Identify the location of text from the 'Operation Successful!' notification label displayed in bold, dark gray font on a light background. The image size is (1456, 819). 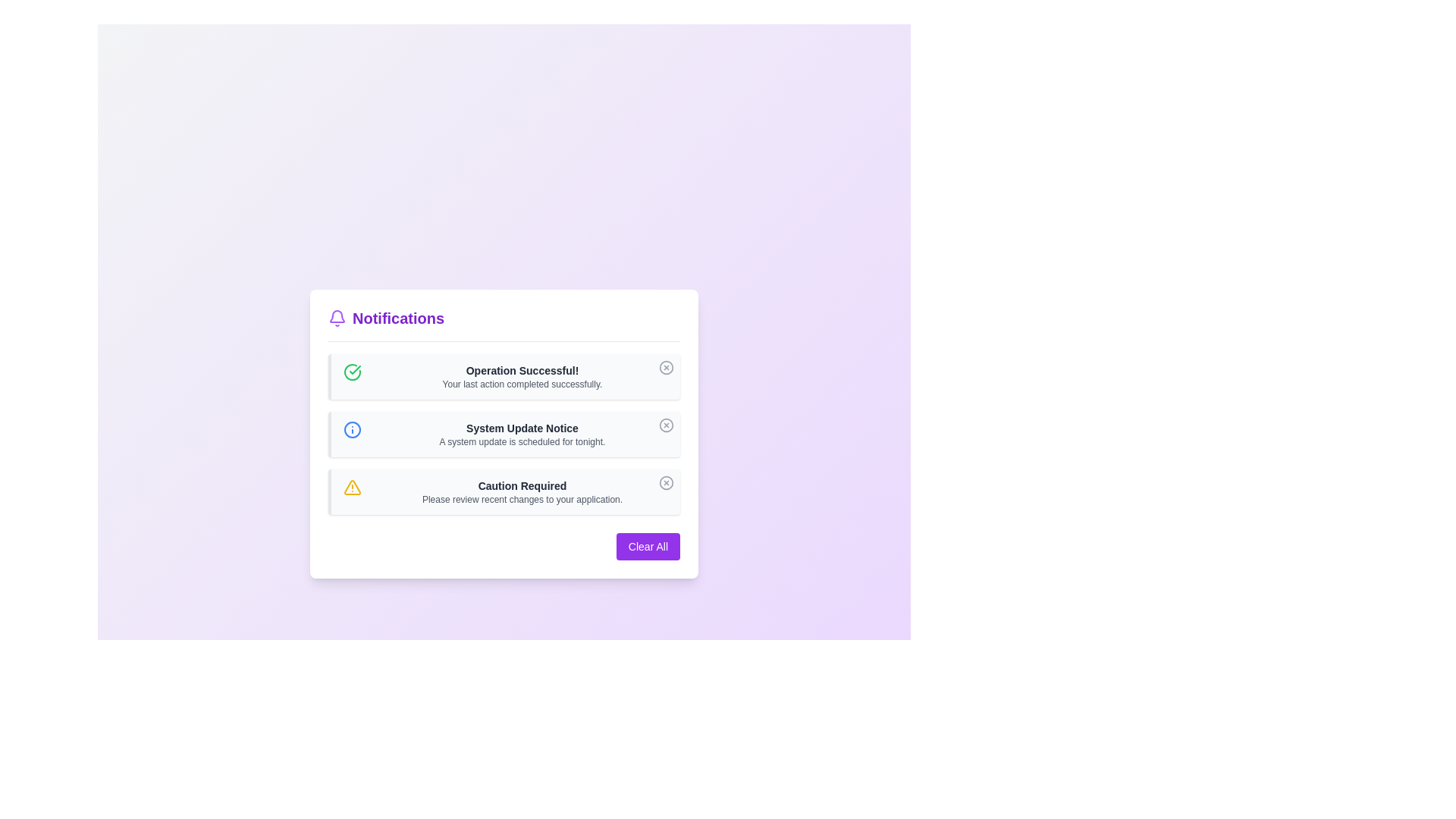
(522, 370).